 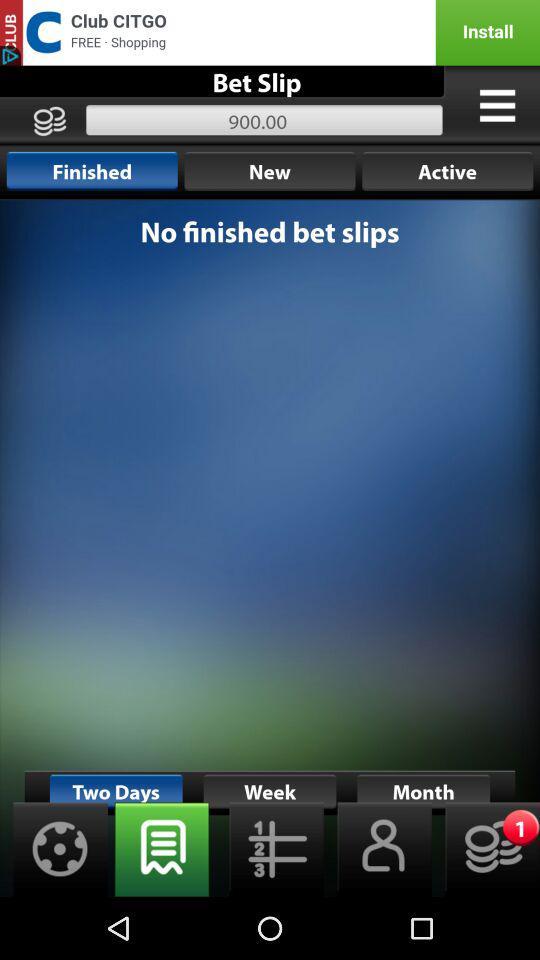 I want to click on setting, so click(x=54, y=848).